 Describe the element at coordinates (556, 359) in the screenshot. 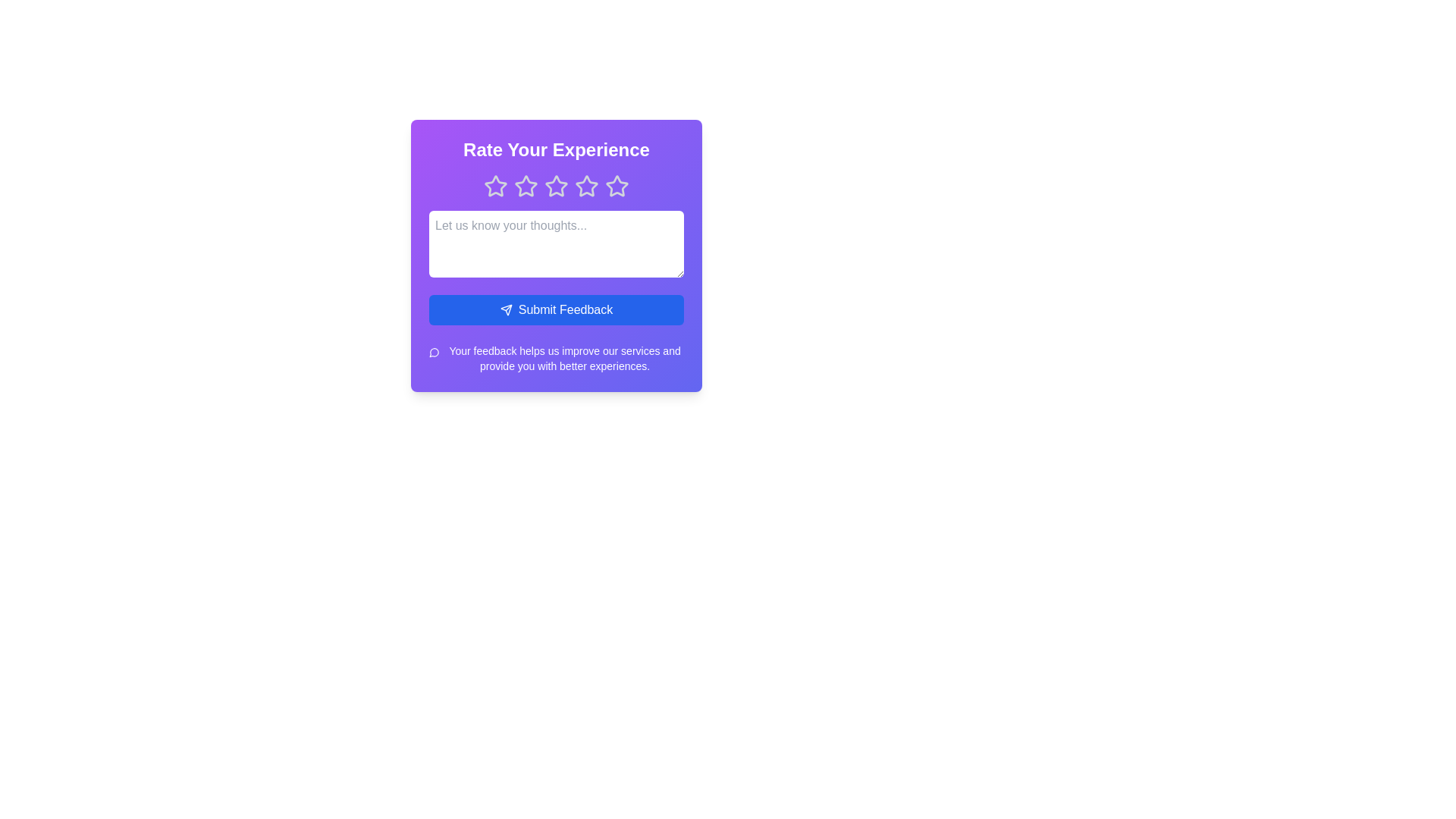

I see `the static informational text block that displays the message 'Your feedback helps us improve our services and provide you with better experiences.' It is located at the bottom of the feedback form panel, below the 'Submit Feedback' button, and features a small speech bubble icon to the left of the text` at that location.